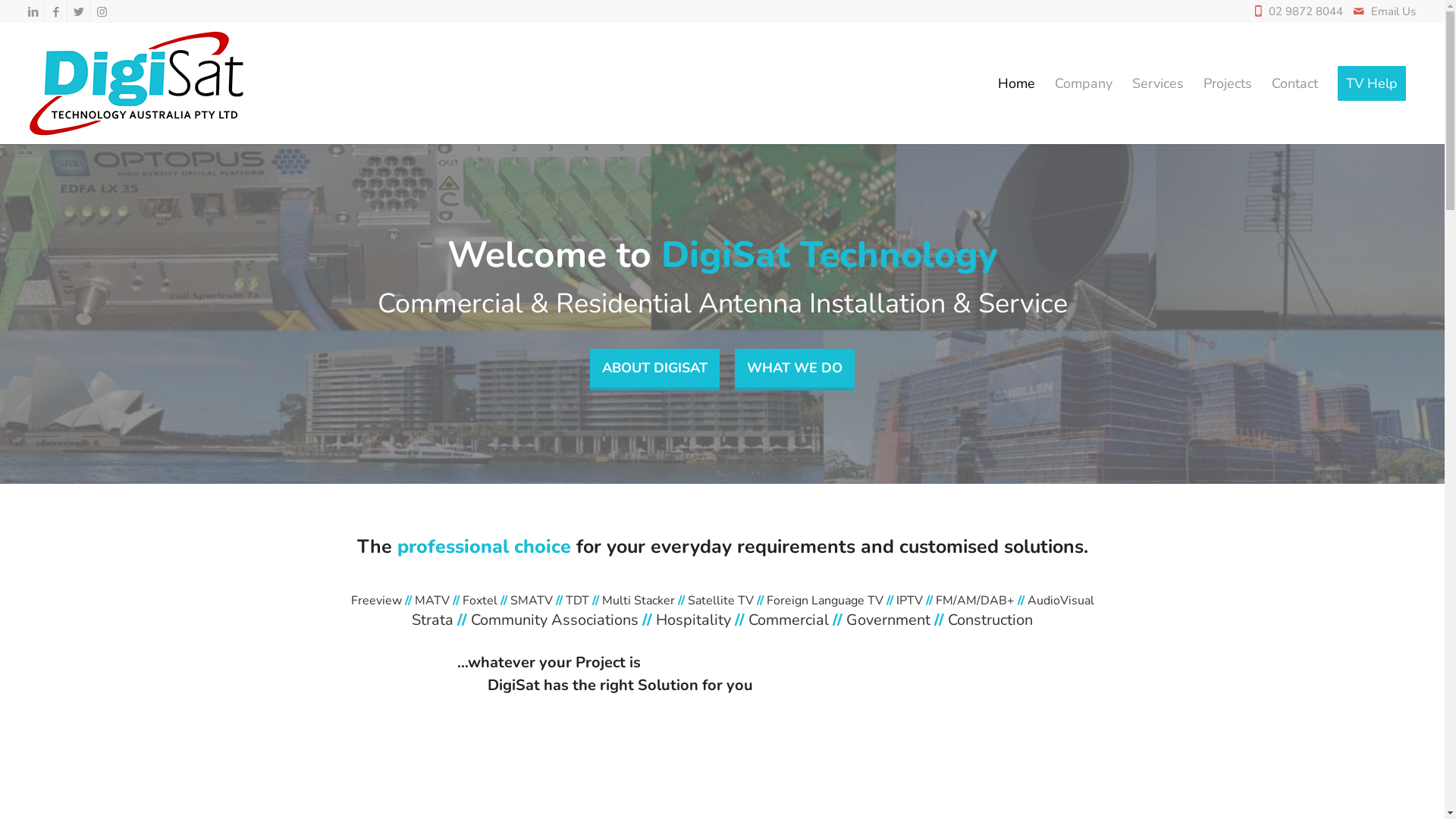 This screenshot has height=819, width=1456. What do you see at coordinates (101, 11) in the screenshot?
I see `'Instagram'` at bounding box center [101, 11].